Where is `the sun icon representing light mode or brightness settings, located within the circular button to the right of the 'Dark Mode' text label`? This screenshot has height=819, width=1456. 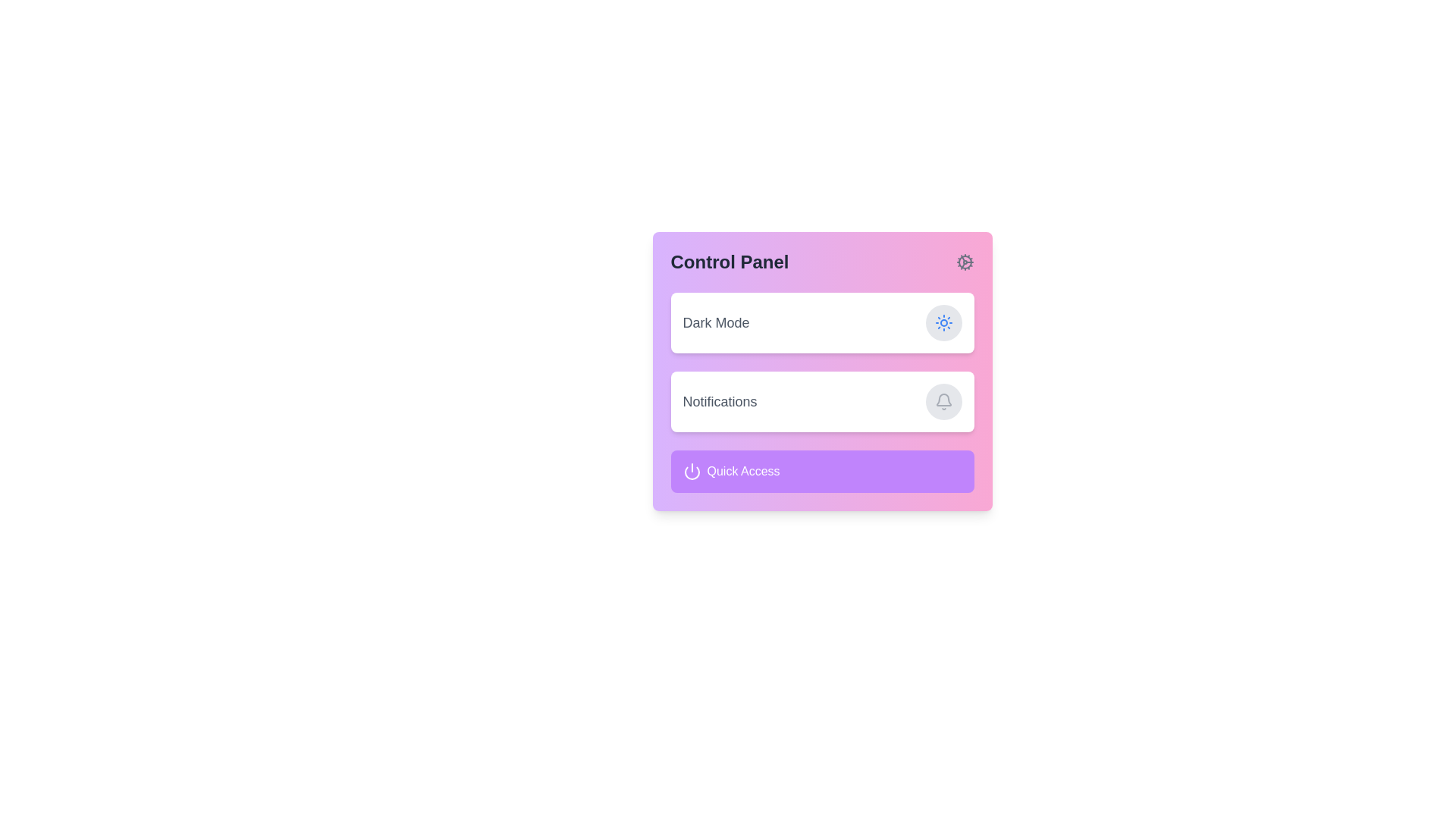 the sun icon representing light mode or brightness settings, located within the circular button to the right of the 'Dark Mode' text label is located at coordinates (943, 322).